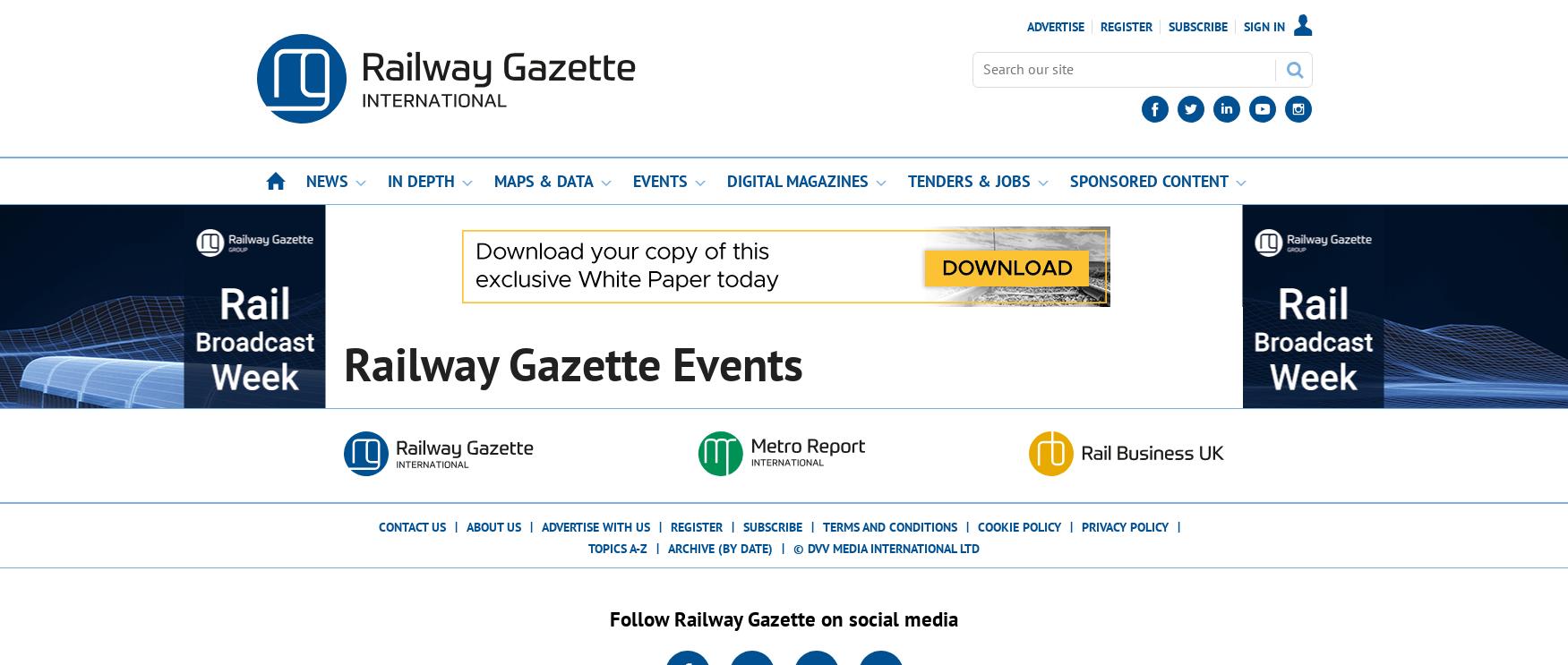 The height and width of the screenshot is (665, 1568). What do you see at coordinates (325, 180) in the screenshot?
I see `'News'` at bounding box center [325, 180].